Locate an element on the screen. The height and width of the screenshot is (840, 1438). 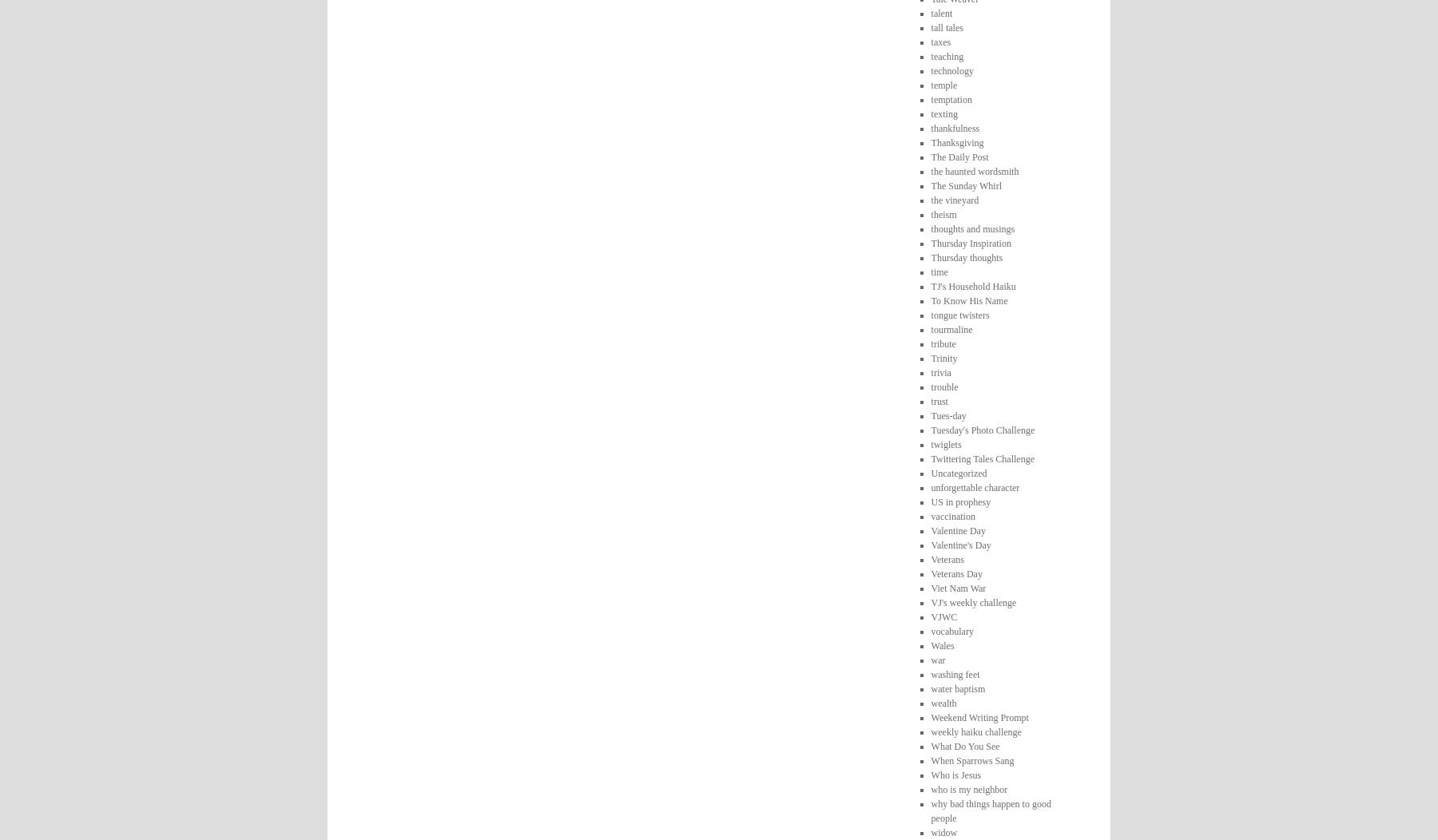
'washing feet' is located at coordinates (954, 673).